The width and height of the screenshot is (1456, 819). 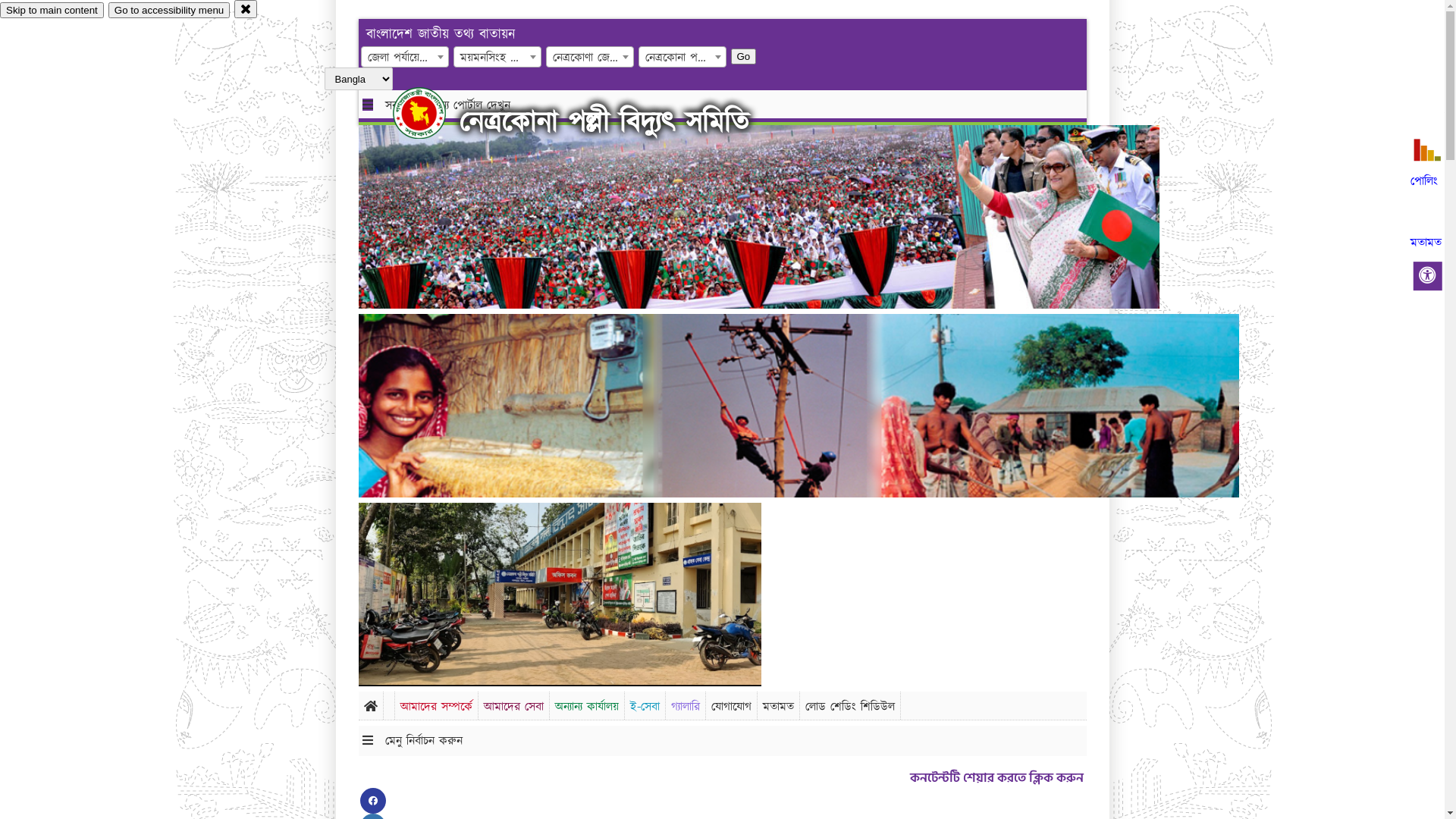 I want to click on 'Go to accessibility menu', so click(x=168, y=10).